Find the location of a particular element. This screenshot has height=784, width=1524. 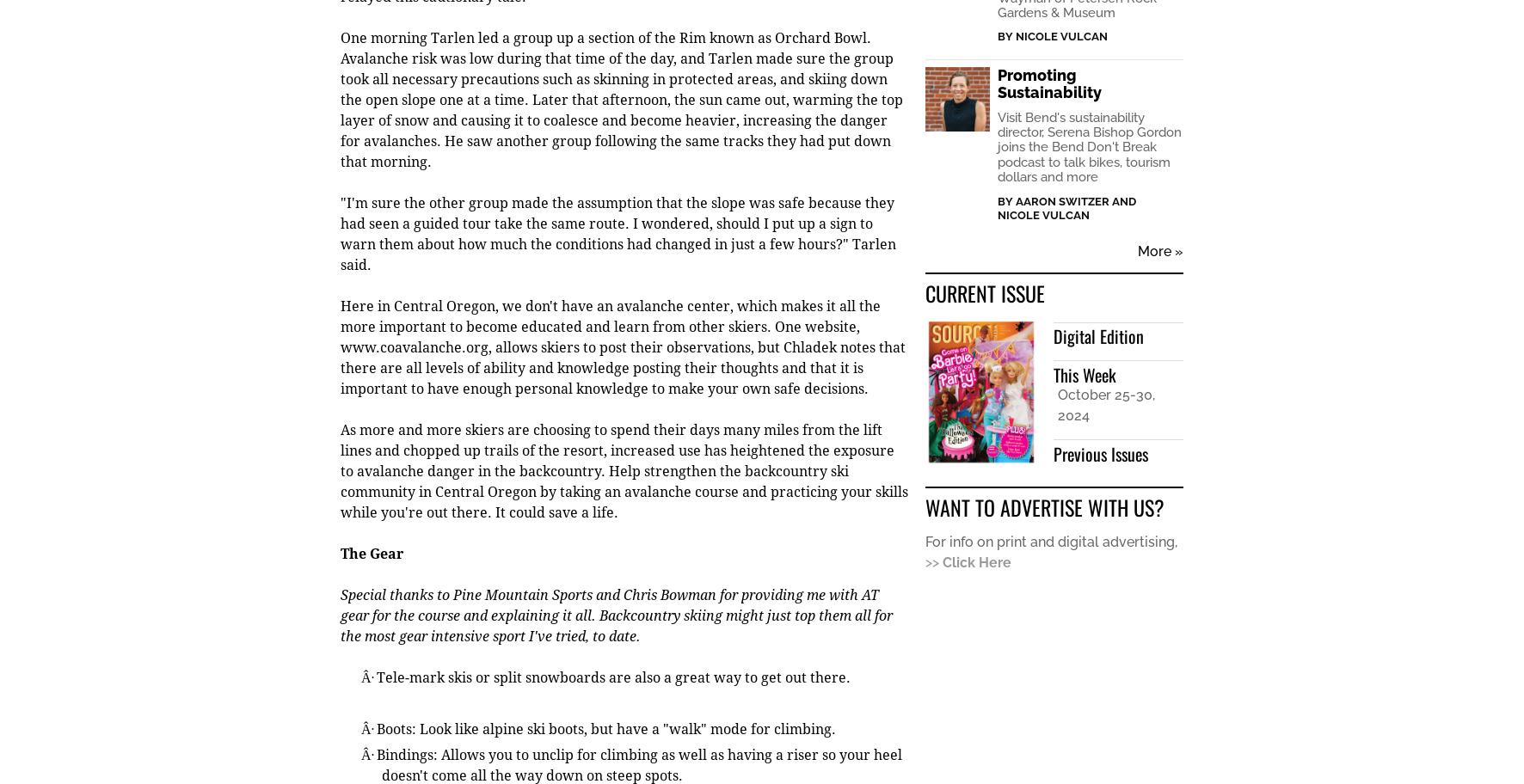

'October 25-30, 2024' is located at coordinates (1106, 407).